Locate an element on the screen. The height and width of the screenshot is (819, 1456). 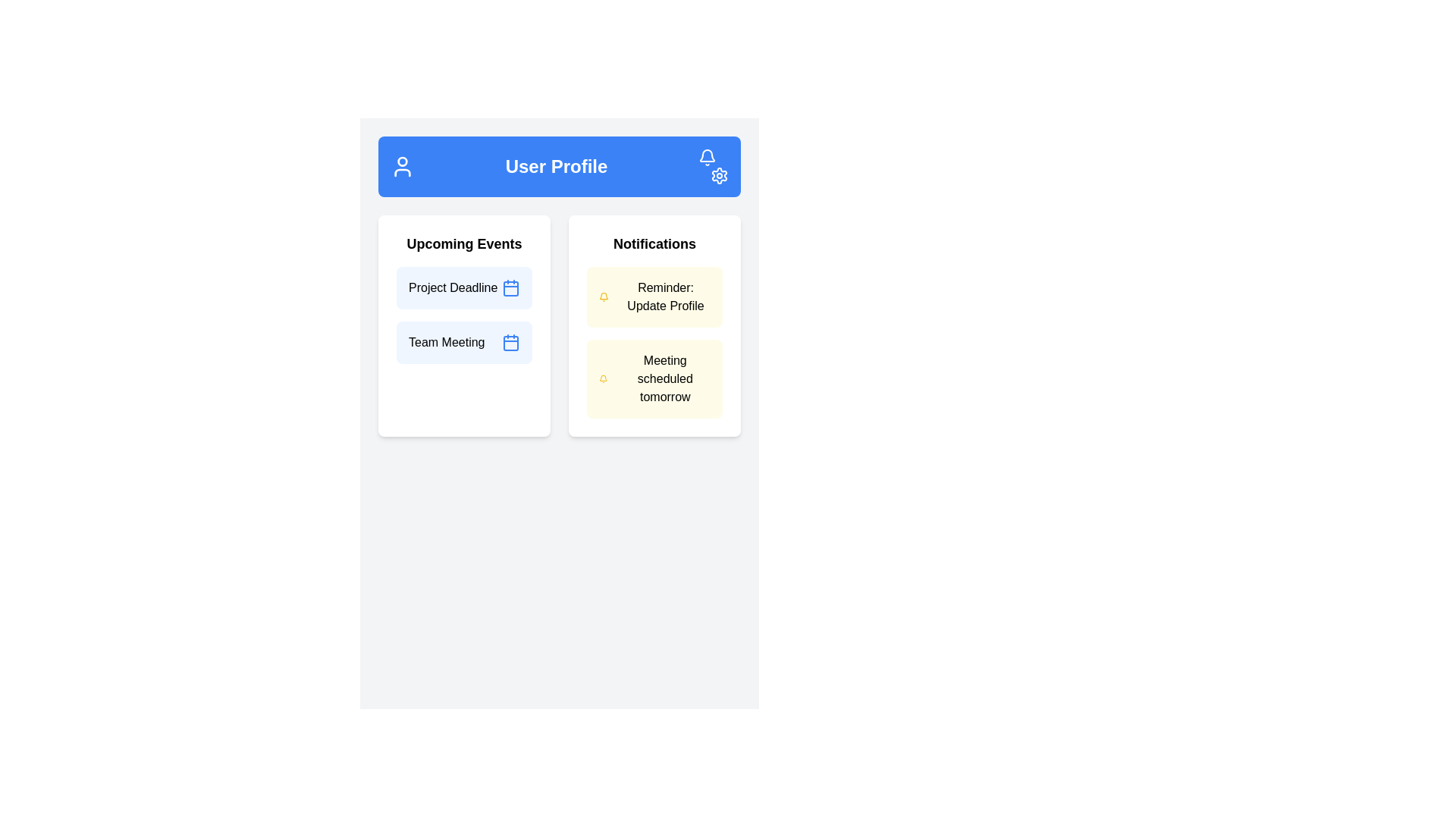
text on the second Notification card in the 'Notifications' section, which serves as a visual reminder for a scheduled meeting is located at coordinates (654, 378).